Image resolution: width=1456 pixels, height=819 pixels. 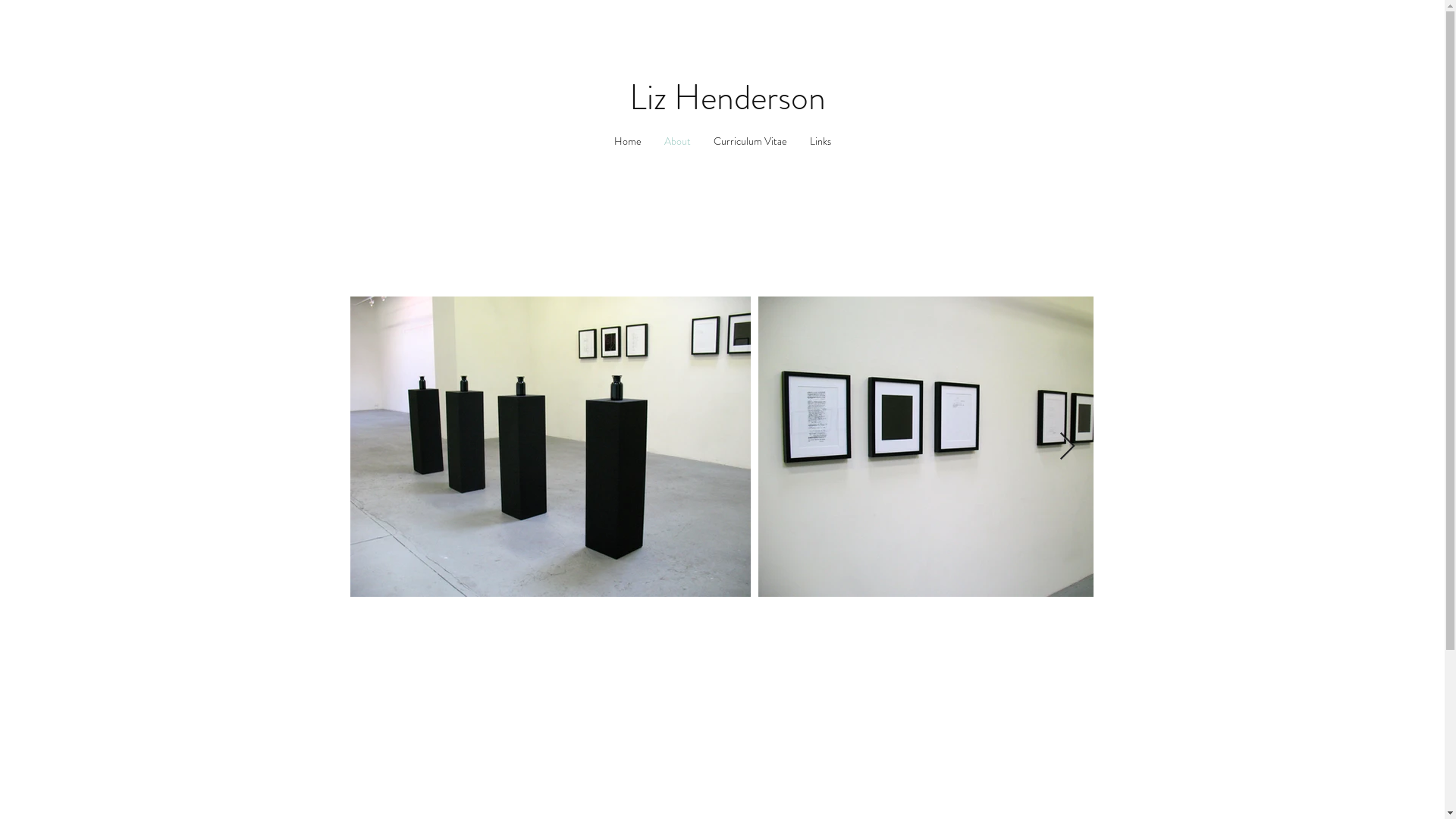 What do you see at coordinates (750, 141) in the screenshot?
I see `'Curriculum Vitae'` at bounding box center [750, 141].